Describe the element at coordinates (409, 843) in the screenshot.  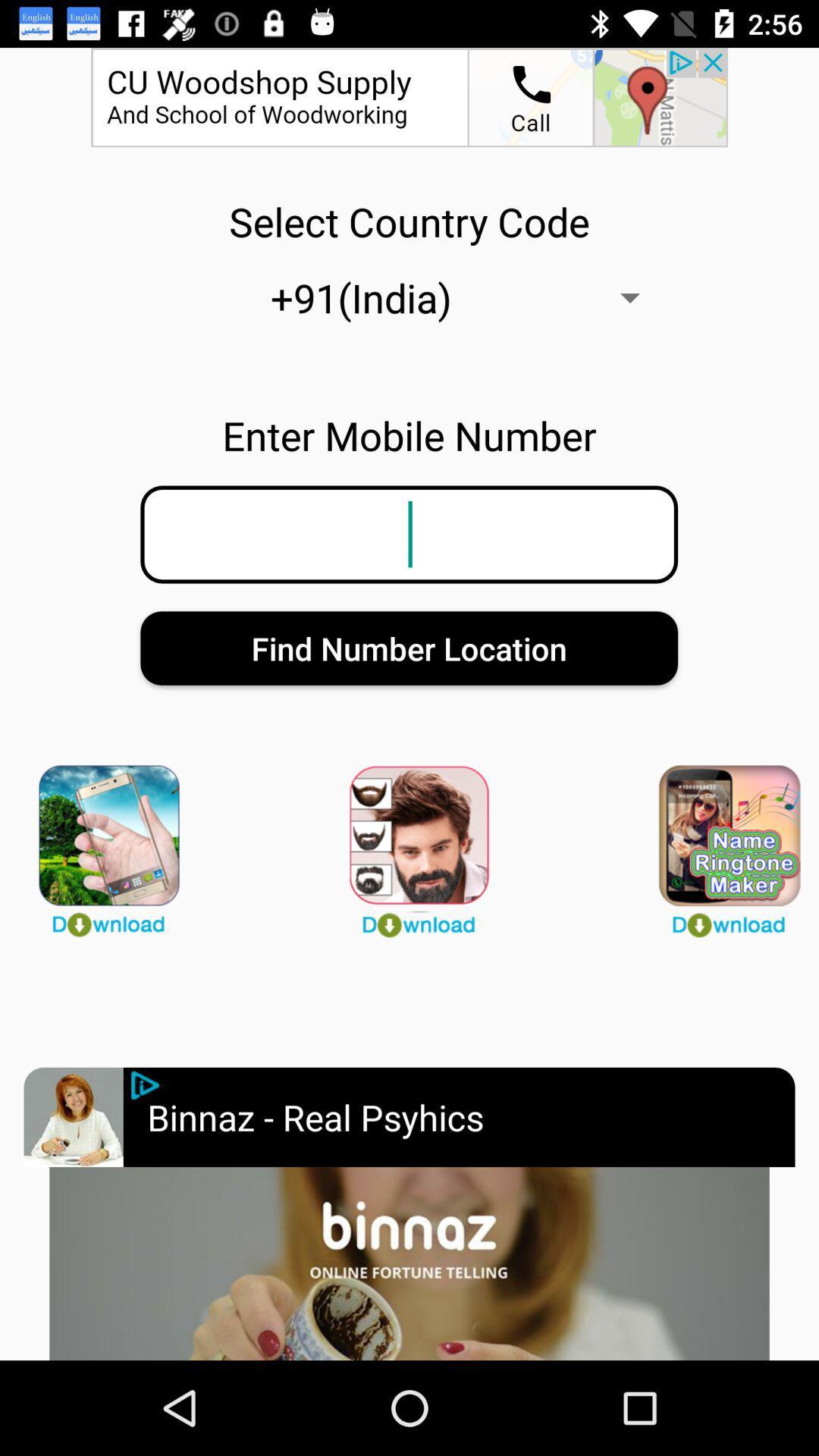
I see `download app` at that location.